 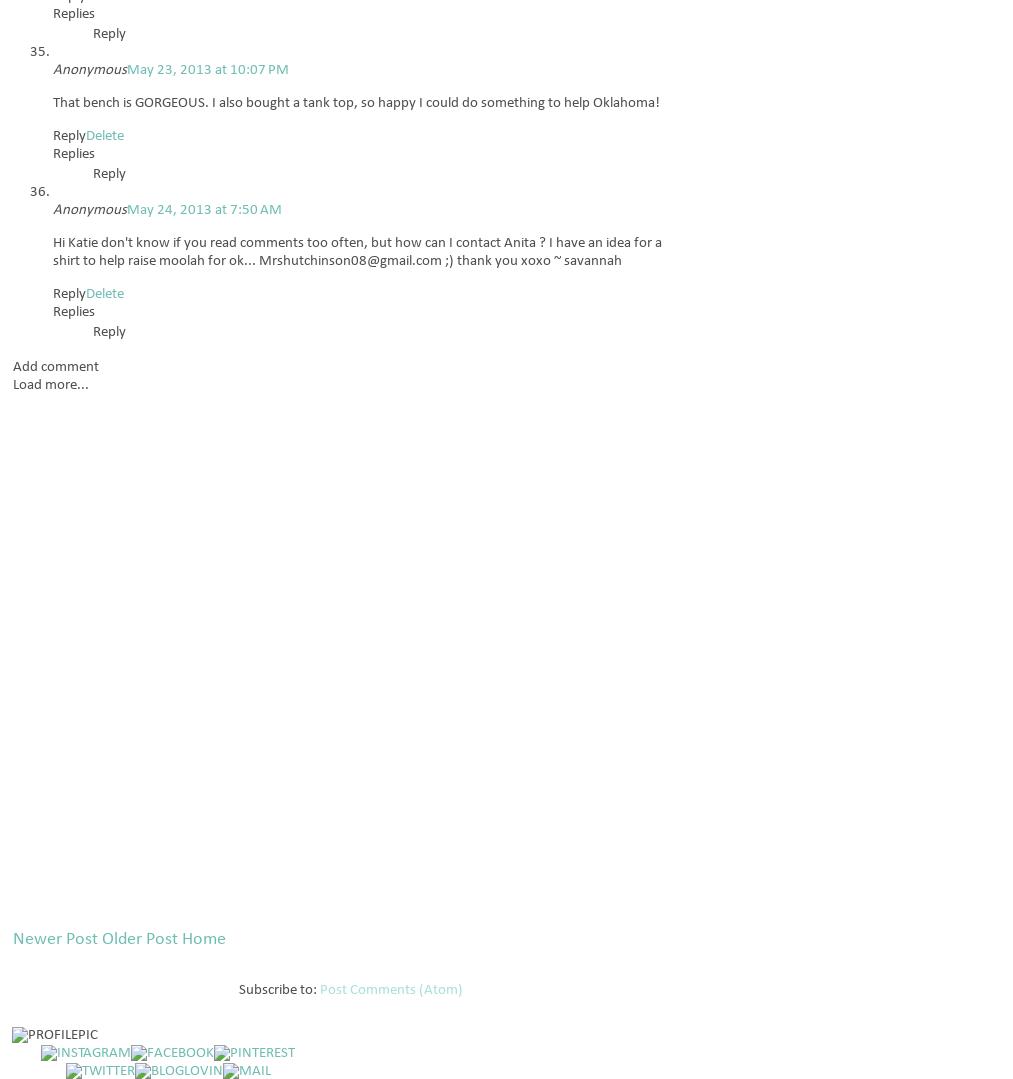 What do you see at coordinates (390, 989) in the screenshot?
I see `'Post Comments (Atom)'` at bounding box center [390, 989].